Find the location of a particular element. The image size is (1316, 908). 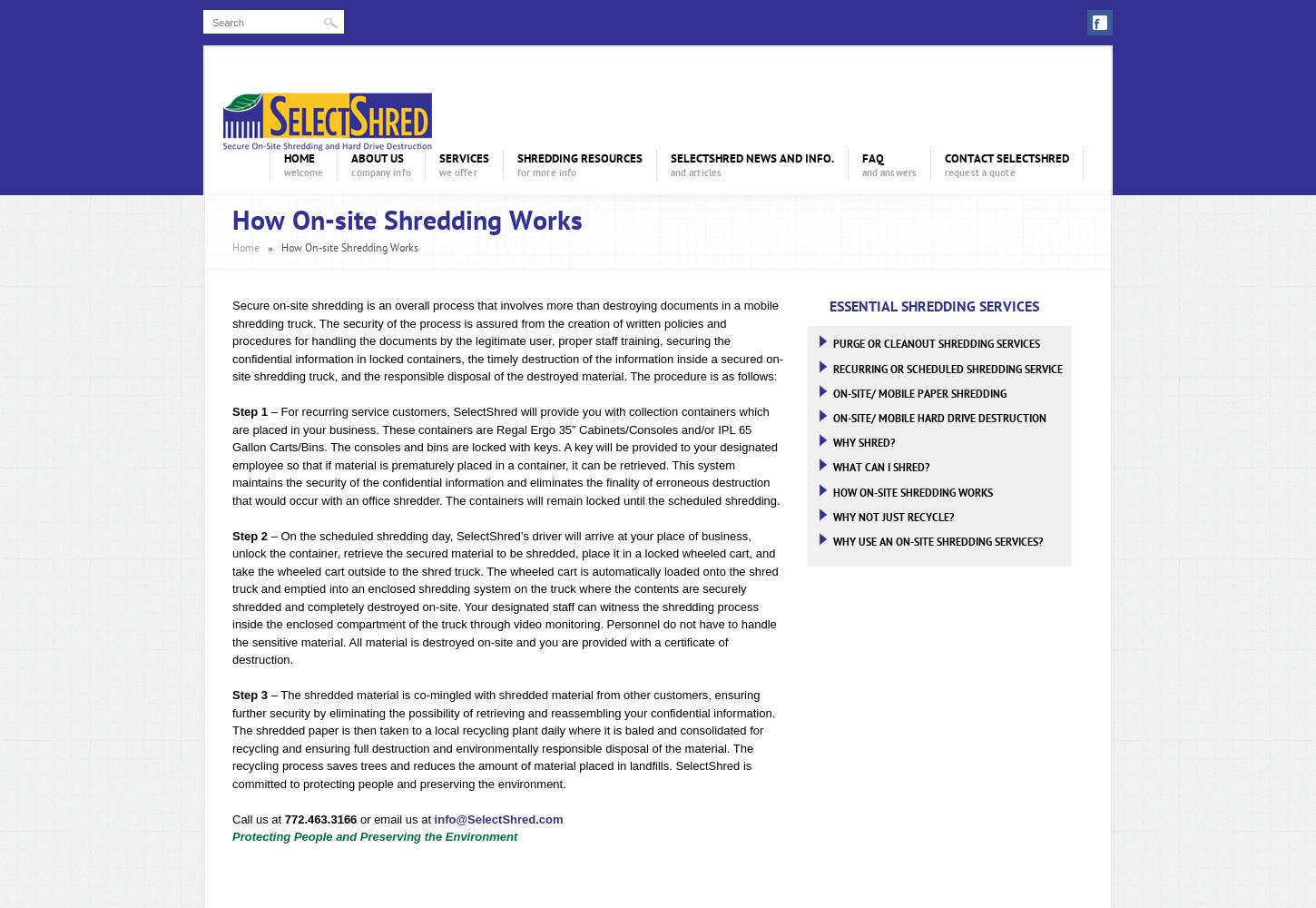

'– The shredded material is co-mingled with shredded material from other customers, ensuring further security by eliminating the possibility of retrieving and reassembling your confidential information. The shredded paper is then taken to a local recycling plant daily where it is baled and consolidated for recycling and ensuring full destruction and environmentally responsible disposal of the material. The recycling process saves trees and reduces the amount of material placed in landfills. SelectShred is committed to protecting people and preserving the environment.' is located at coordinates (504, 738).